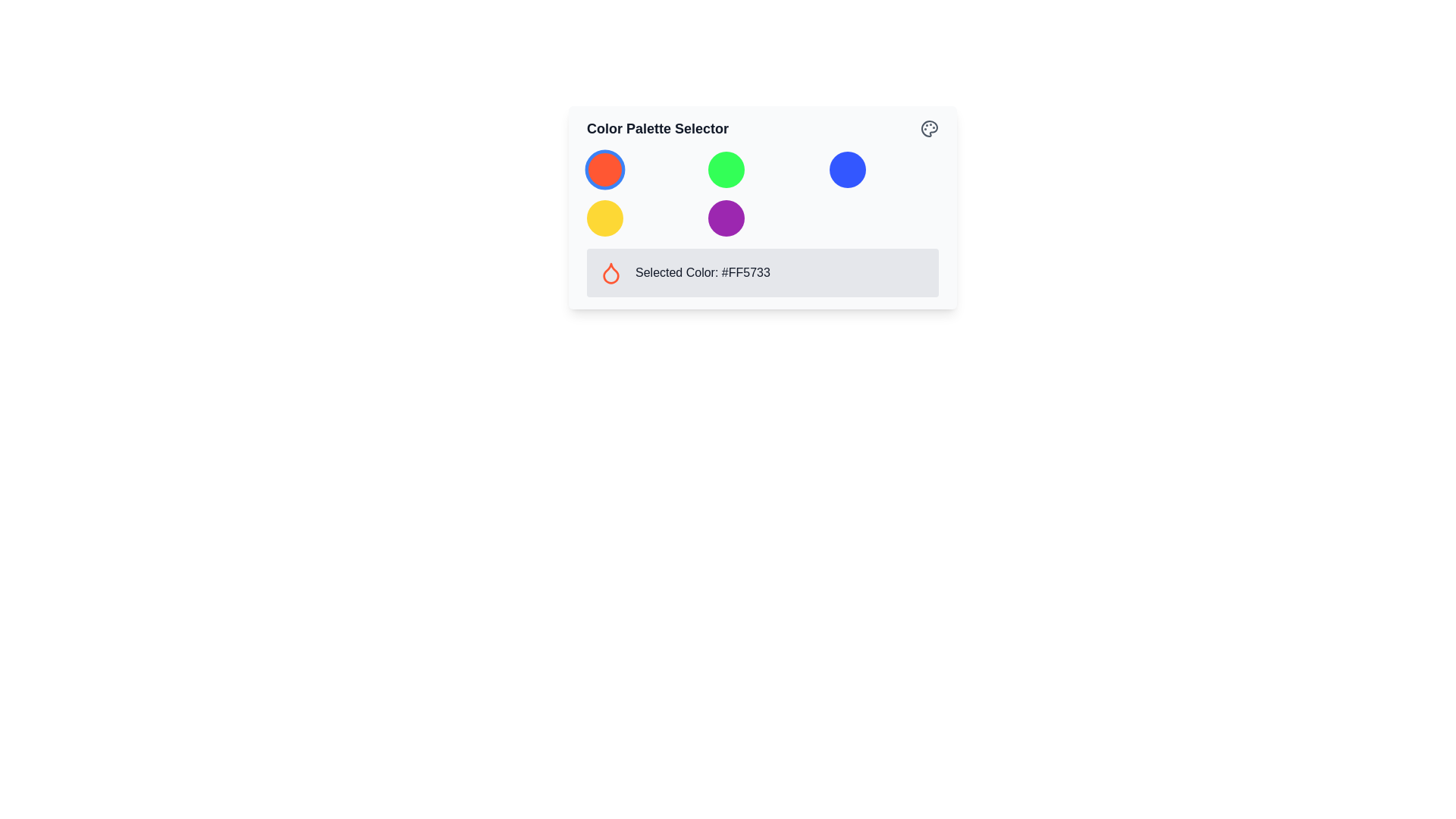 Image resolution: width=1456 pixels, height=819 pixels. Describe the element at coordinates (701, 271) in the screenshot. I see `displayed hexadecimal color code from the informational text label located to the right of the droplet icon` at that location.